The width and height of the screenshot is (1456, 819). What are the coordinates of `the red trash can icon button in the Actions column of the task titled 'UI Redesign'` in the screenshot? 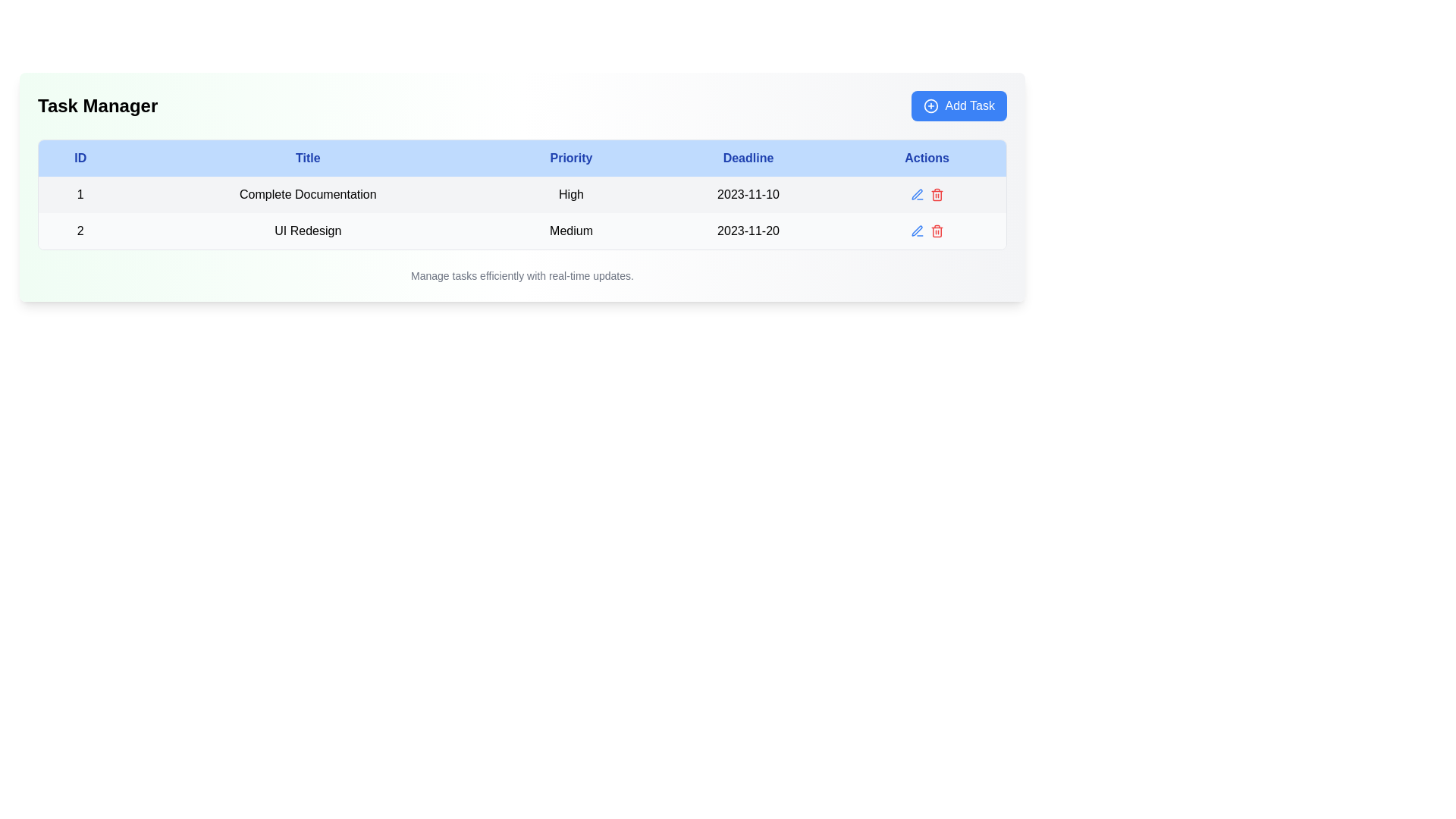 It's located at (936, 194).